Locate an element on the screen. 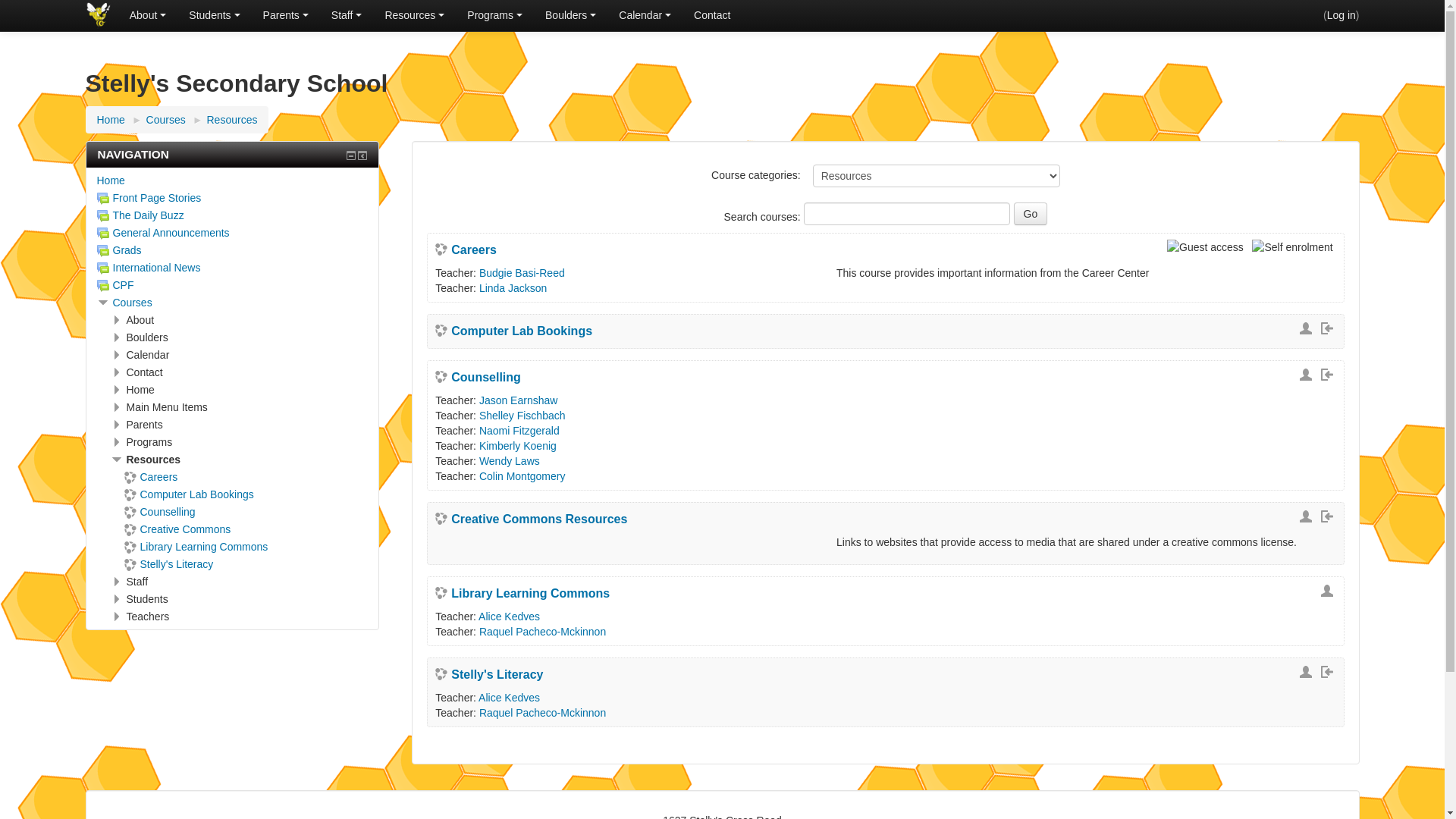 The width and height of the screenshot is (1456, 819). 'Shelley Fischbach' is located at coordinates (479, 415).